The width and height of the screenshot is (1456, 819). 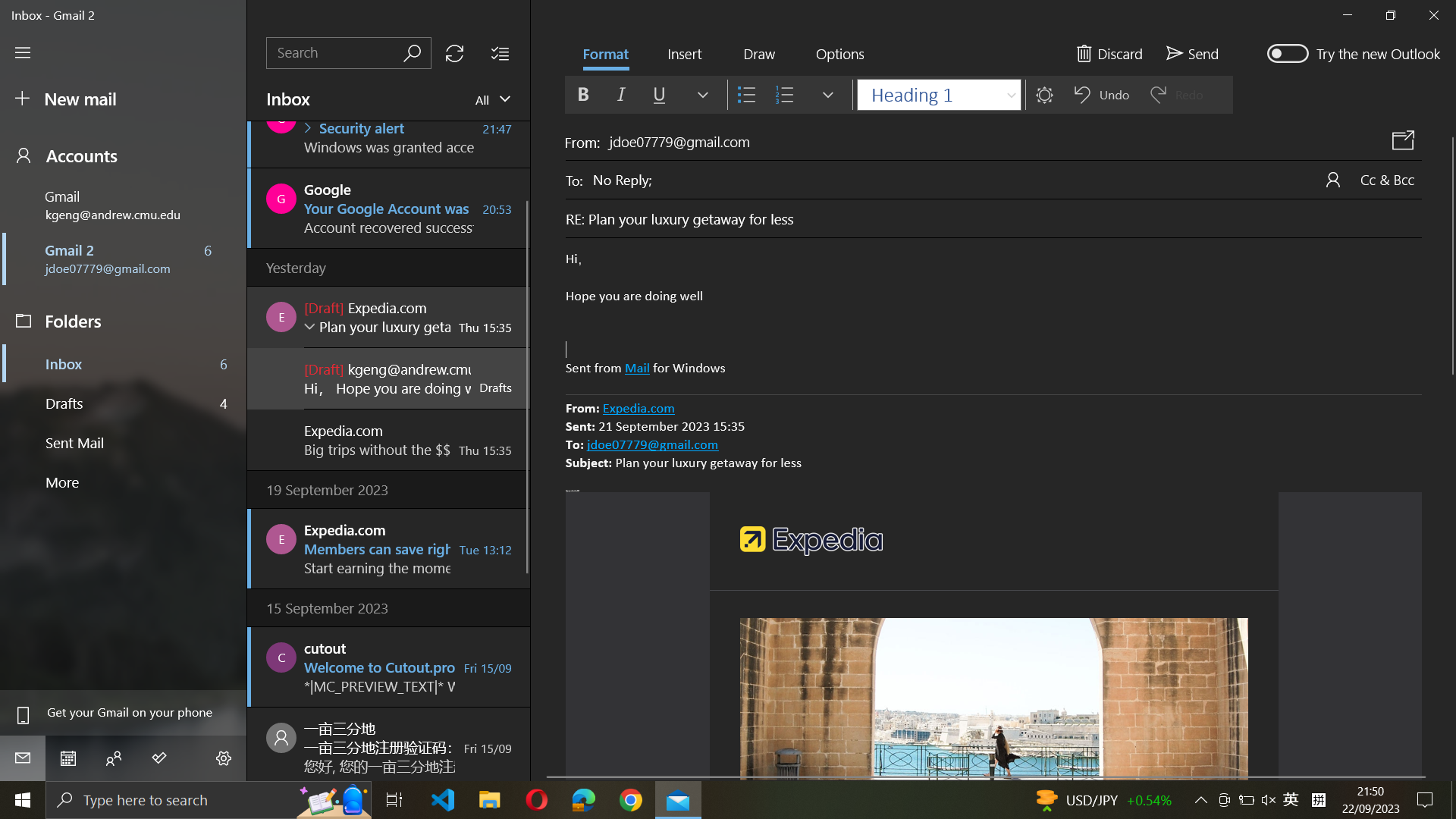 What do you see at coordinates (993, 314) in the screenshot?
I see `underline style to all the content present in the mail body` at bounding box center [993, 314].